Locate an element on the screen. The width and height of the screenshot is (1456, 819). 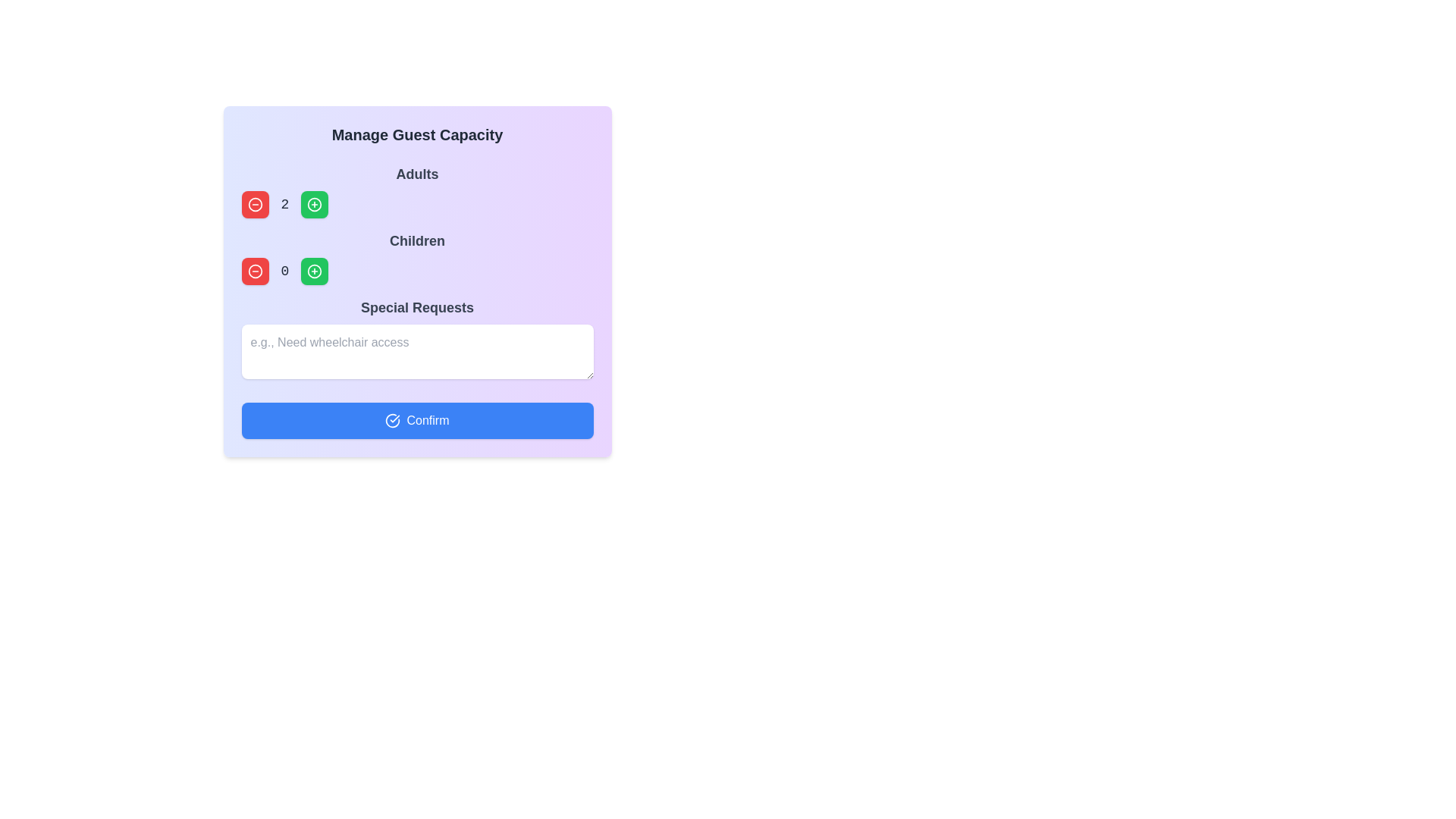
the red circular button with a minus symbol inside, located on the left side of the 'Children' label row is located at coordinates (255, 271).